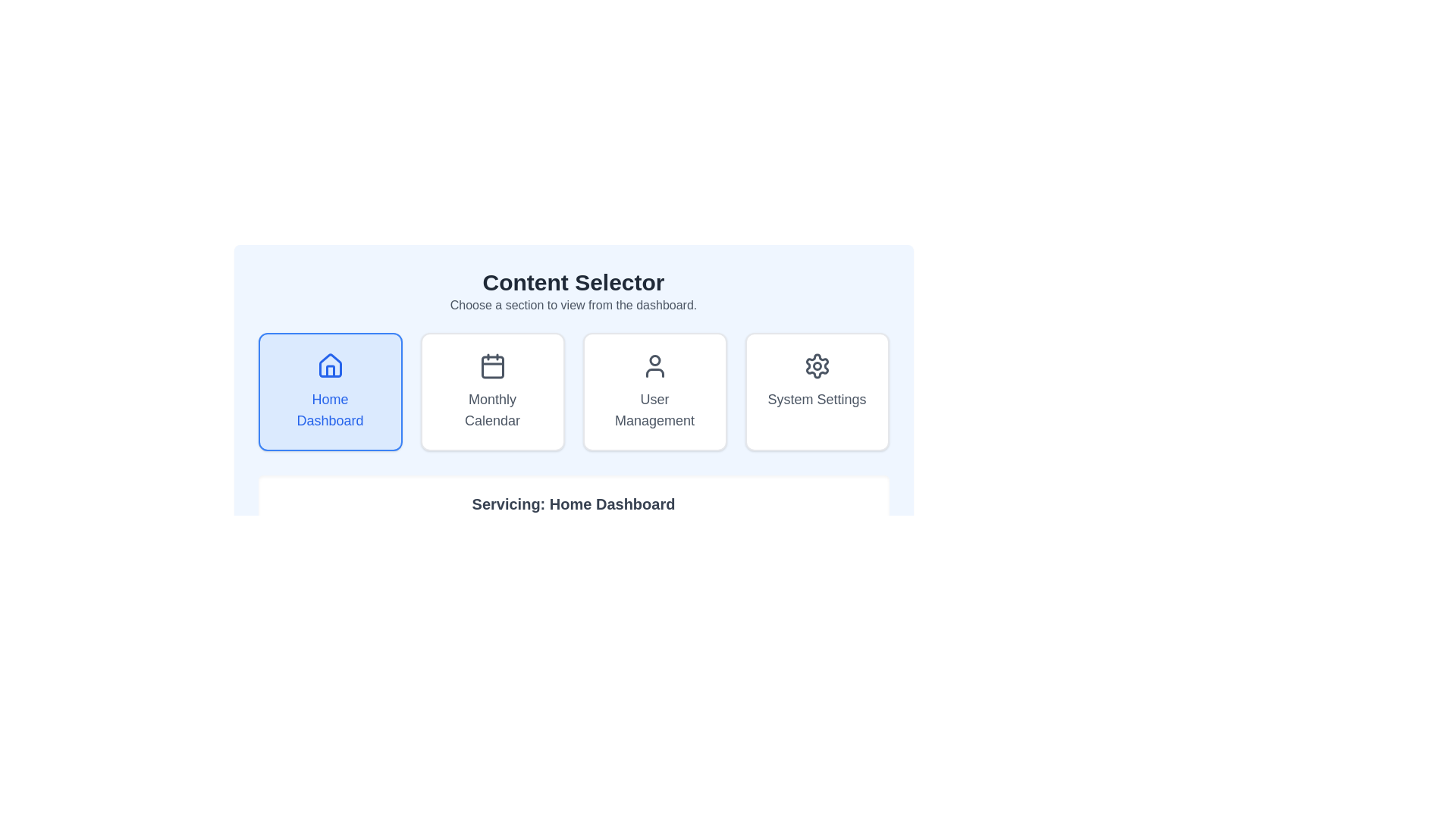  Describe the element at coordinates (492, 391) in the screenshot. I see `the Interactive button located between the 'Home Dashboard' button and the 'User Management' button` at that location.